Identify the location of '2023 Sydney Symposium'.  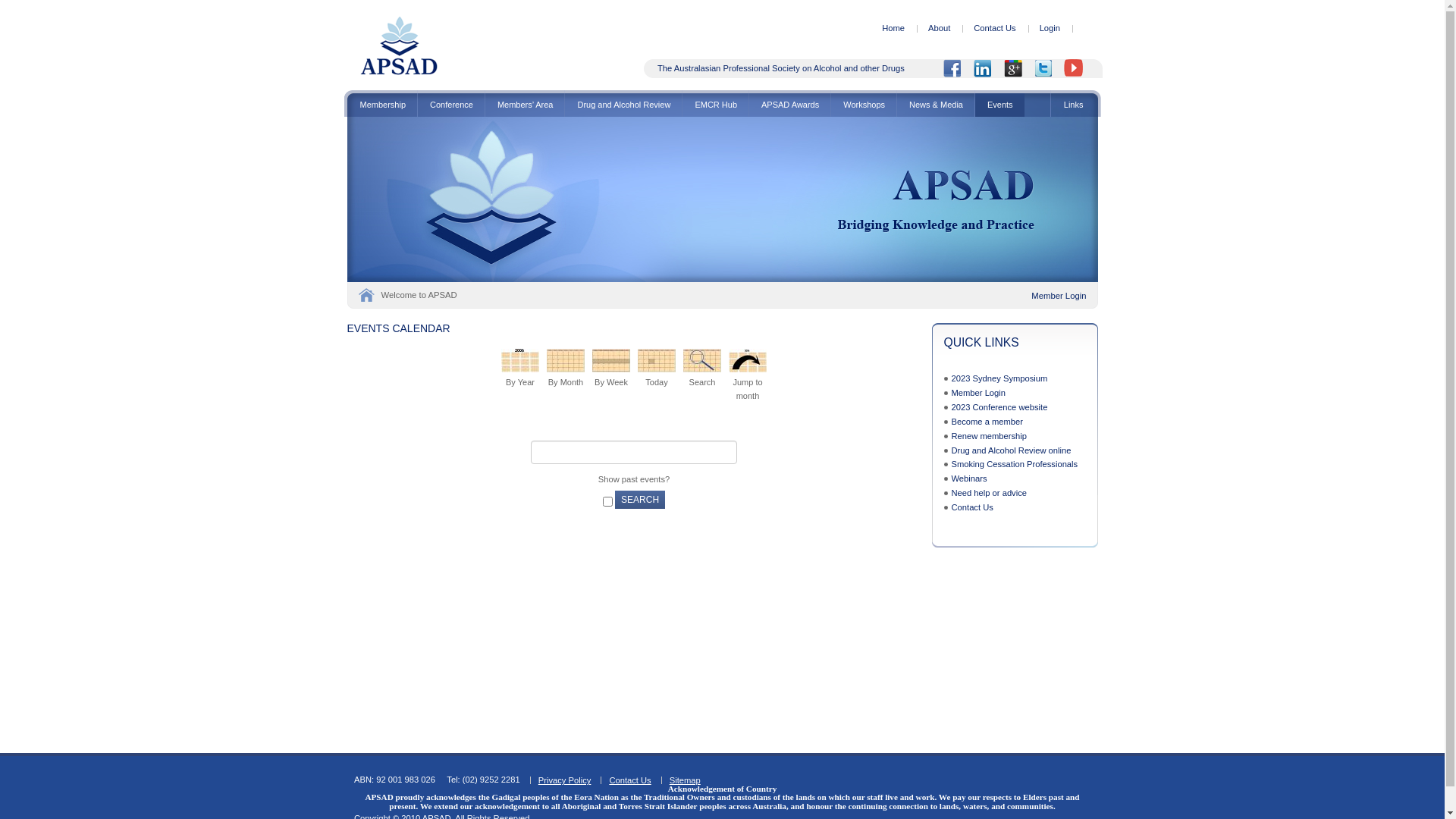
(999, 377).